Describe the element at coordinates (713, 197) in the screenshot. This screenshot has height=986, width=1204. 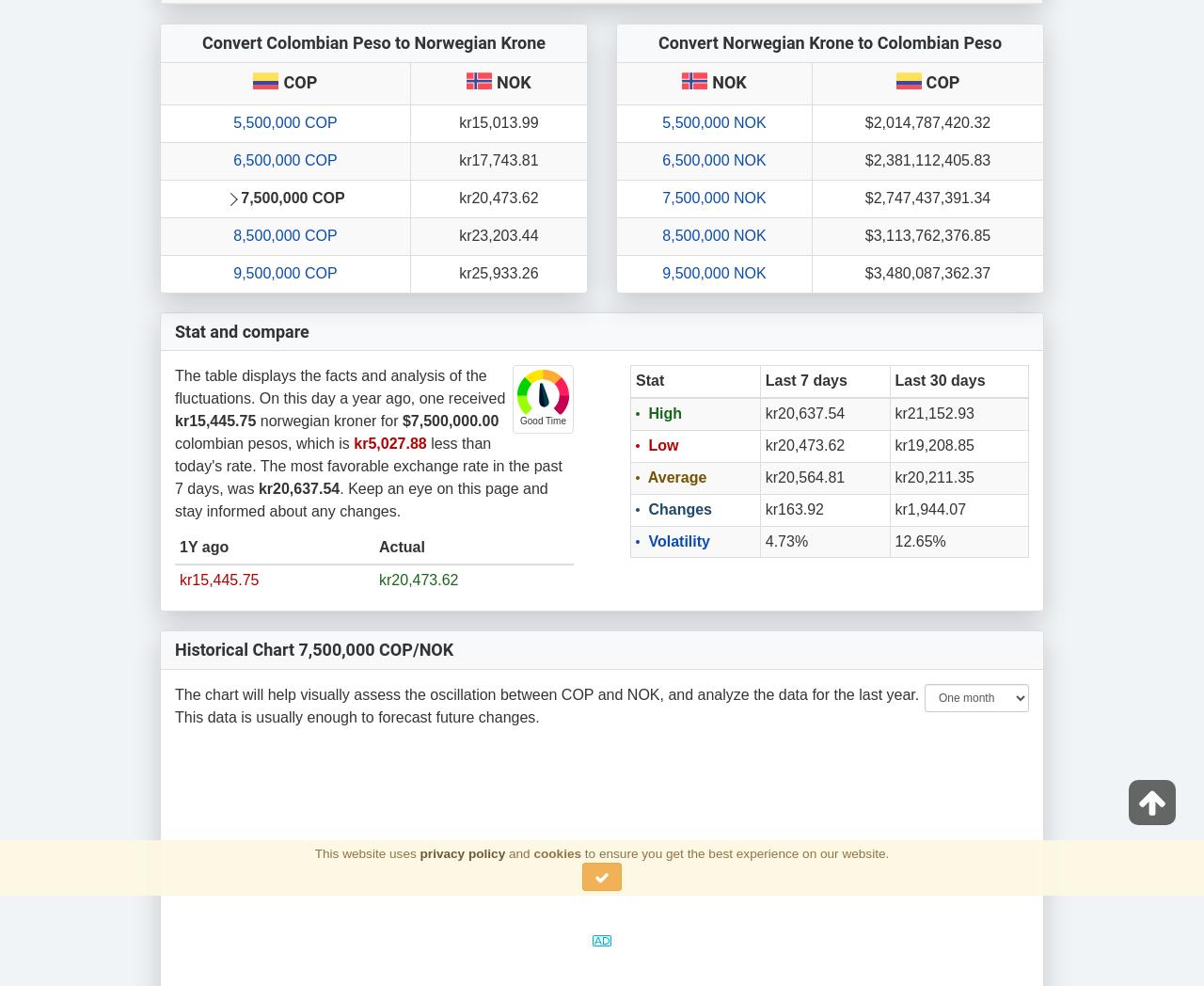
I see `'7,500,000 NOK'` at that location.